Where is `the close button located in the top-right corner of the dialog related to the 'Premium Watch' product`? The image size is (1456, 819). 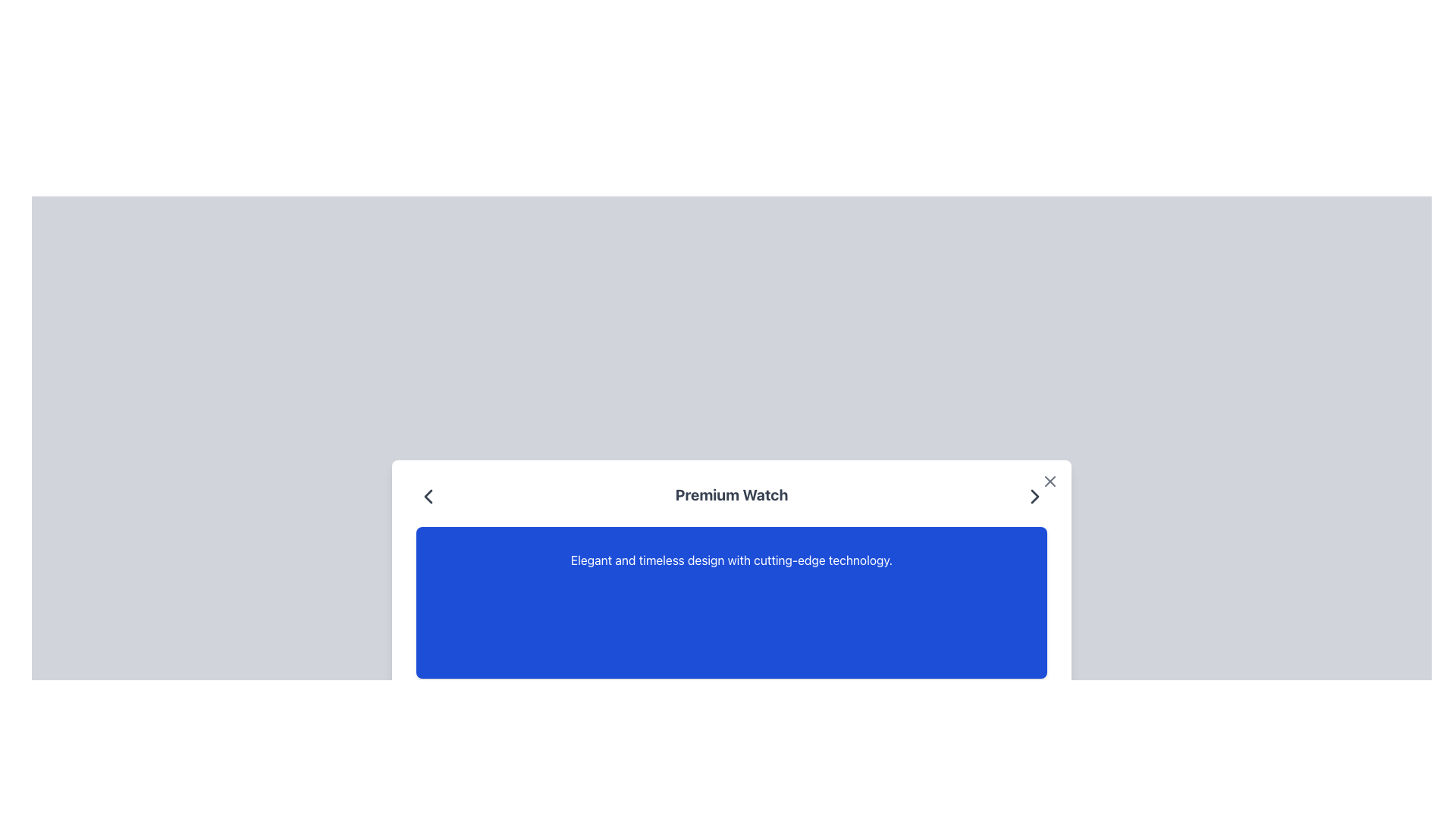
the close button located in the top-right corner of the dialog related to the 'Premium Watch' product is located at coordinates (1050, 482).